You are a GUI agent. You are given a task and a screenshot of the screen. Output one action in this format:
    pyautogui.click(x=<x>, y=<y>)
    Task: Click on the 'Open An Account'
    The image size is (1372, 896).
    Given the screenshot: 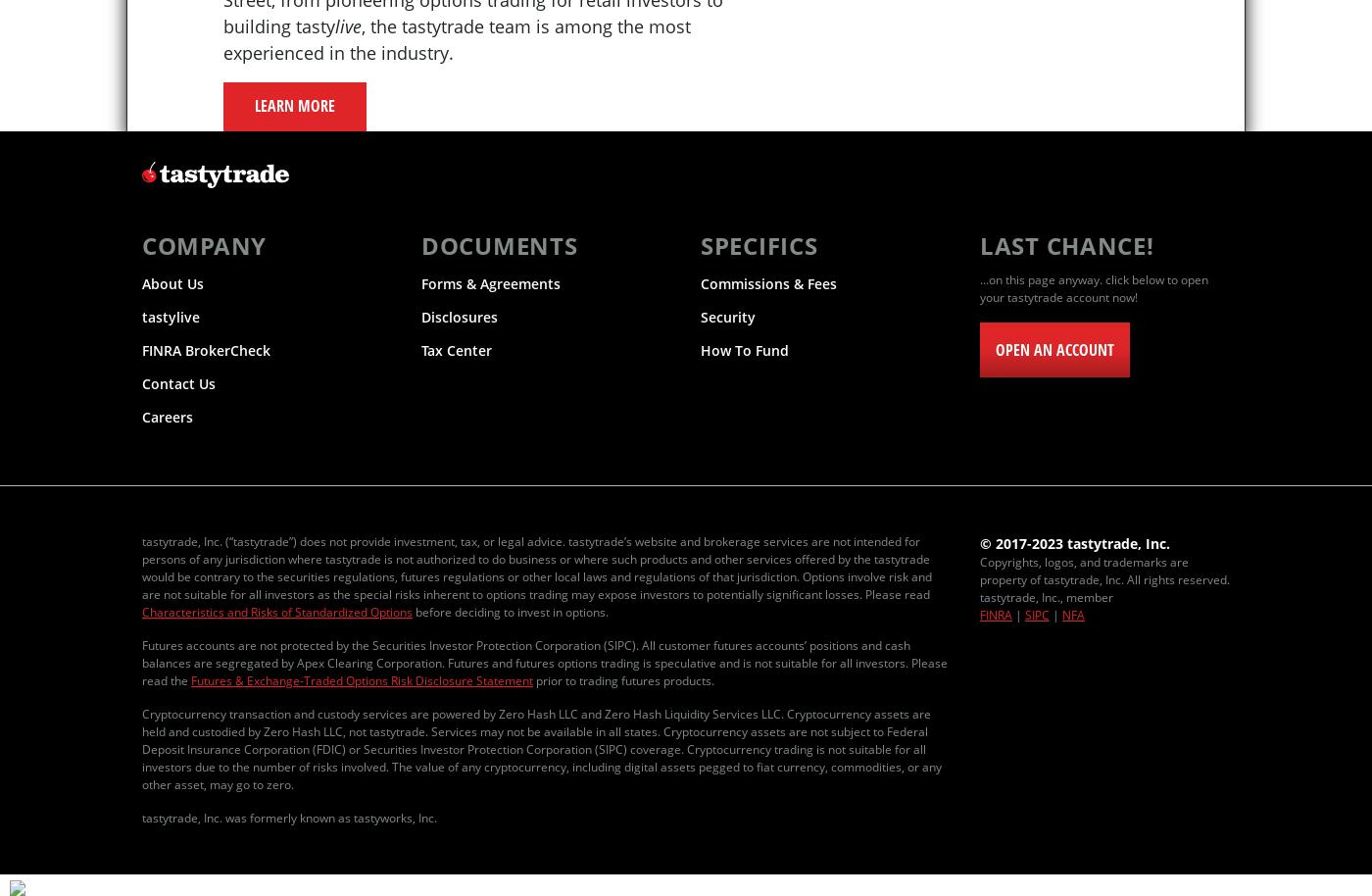 What is the action you would take?
    pyautogui.click(x=1054, y=349)
    